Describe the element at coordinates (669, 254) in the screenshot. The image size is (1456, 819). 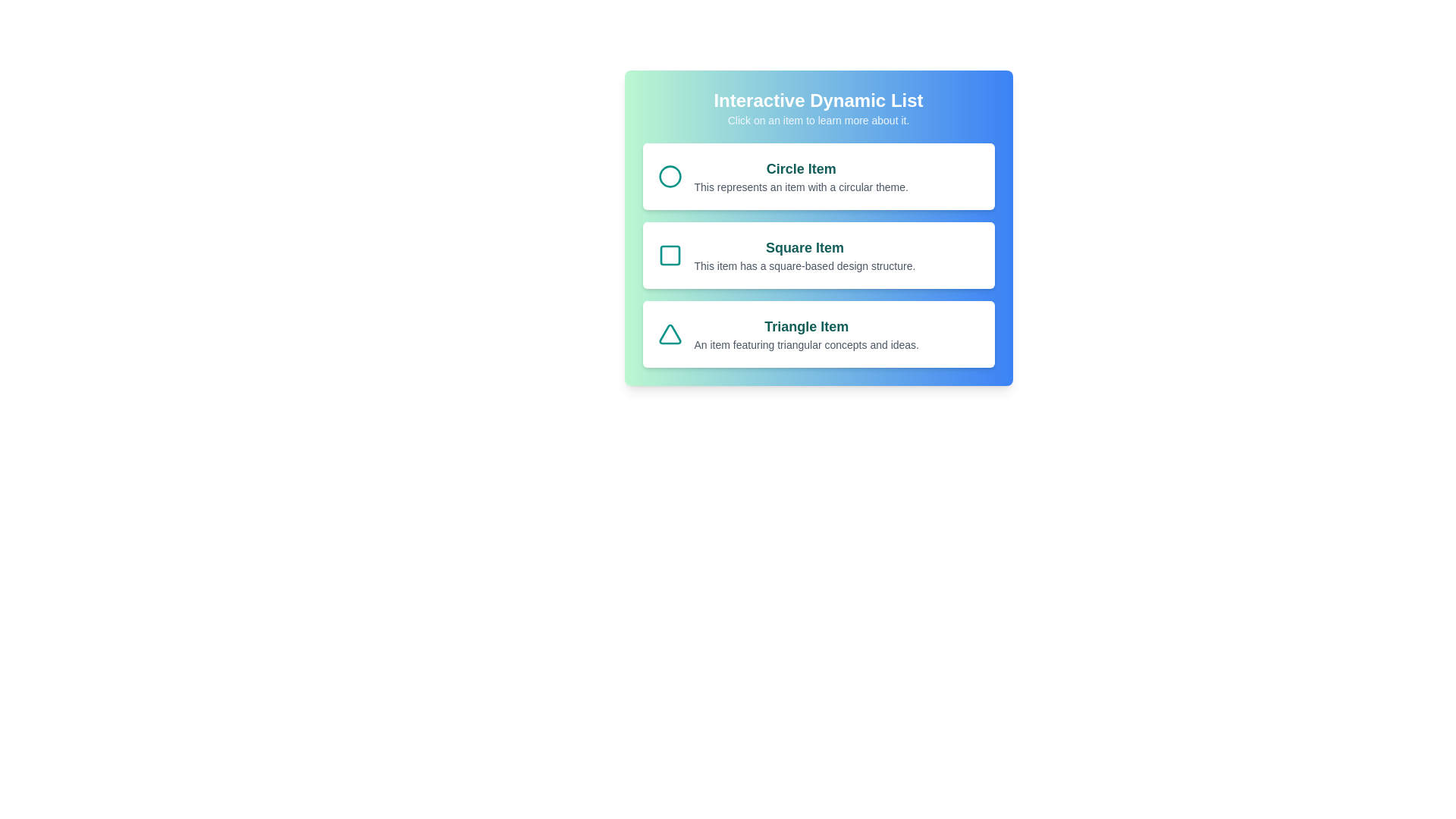
I see `the icon of the Square item to focus on it` at that location.